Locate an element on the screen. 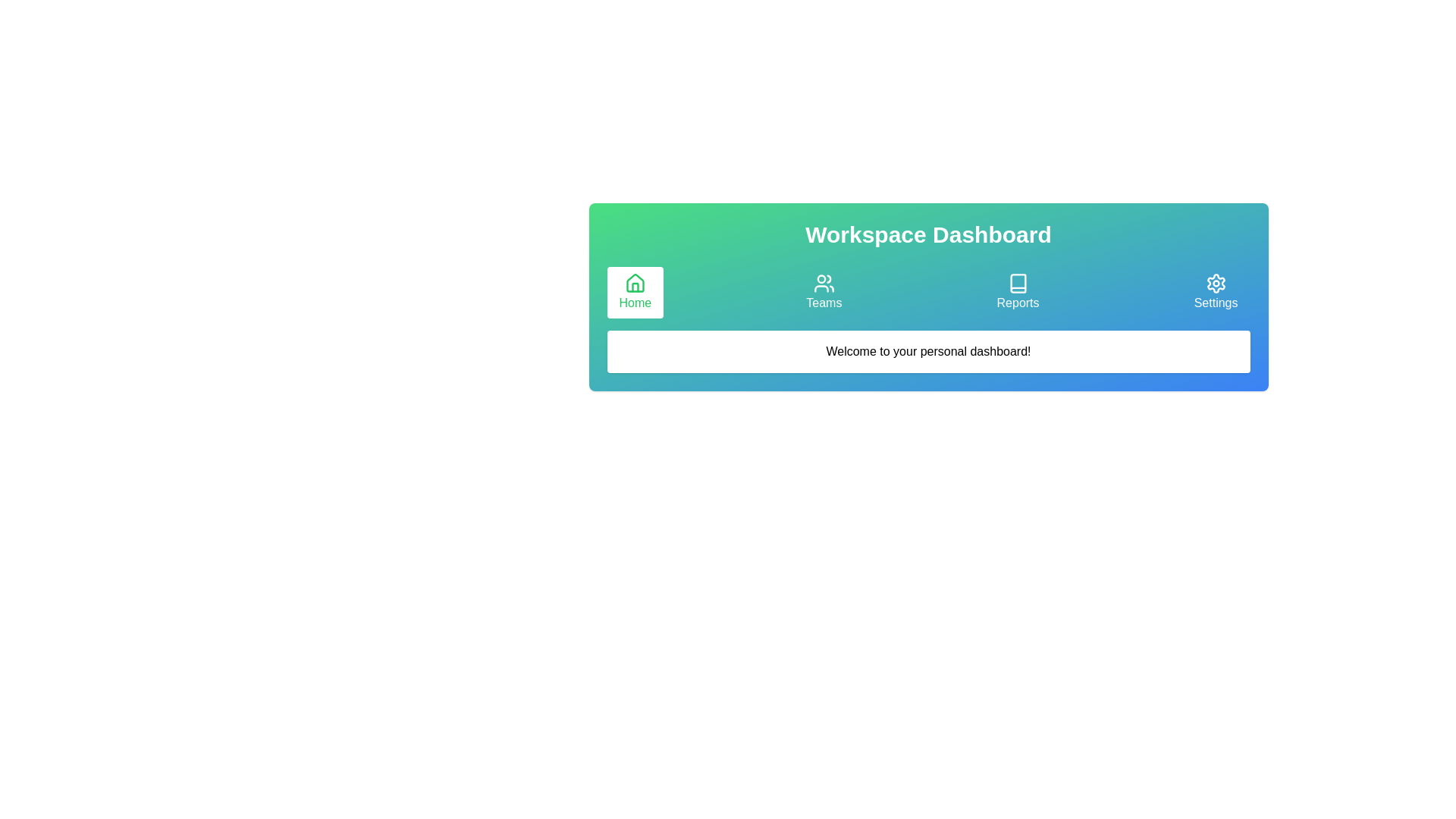 This screenshot has width=1456, height=819. the 'Reports' text label located below the book icon in the navigation toolbar is located at coordinates (1018, 303).